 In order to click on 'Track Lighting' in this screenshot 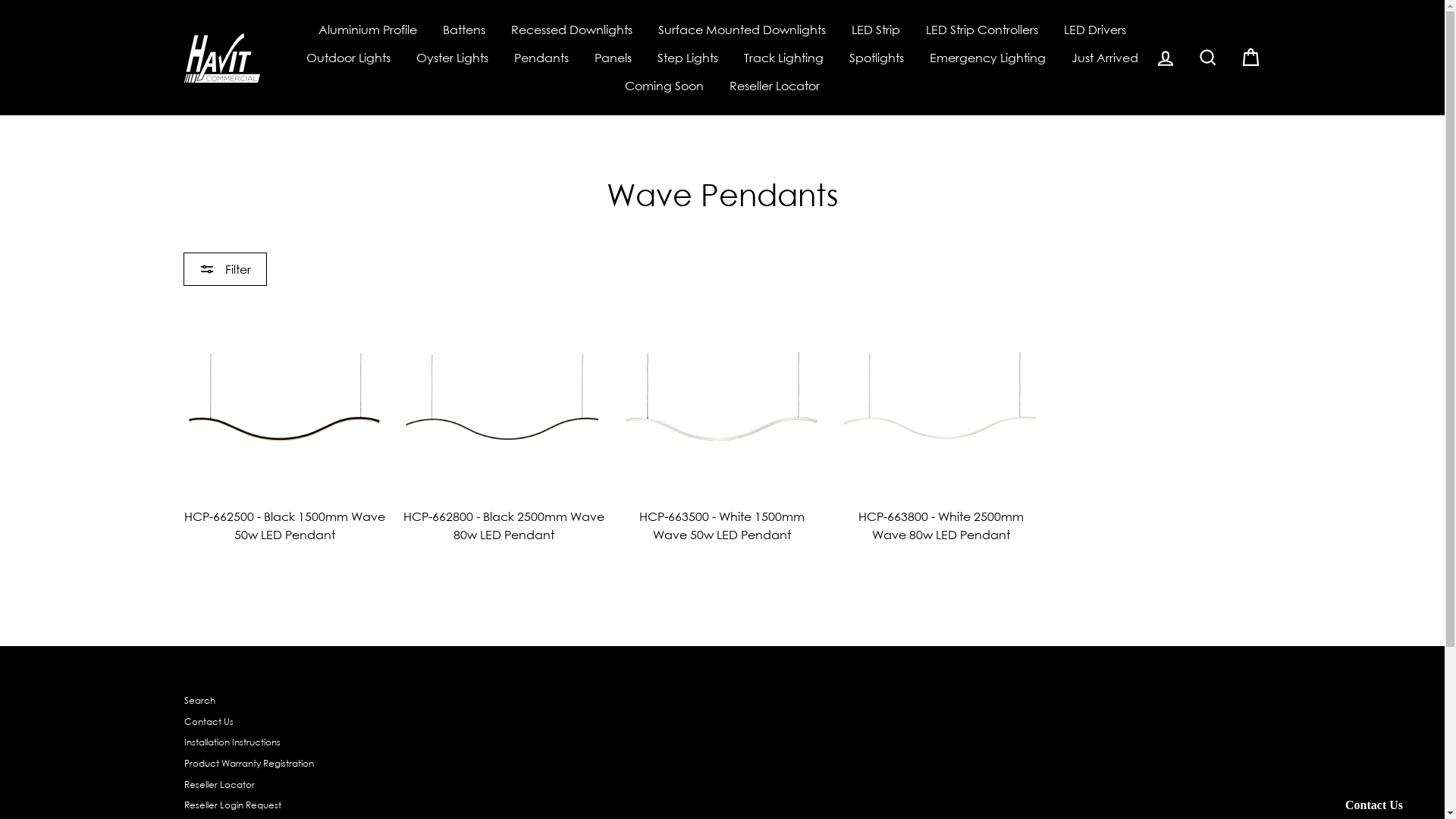, I will do `click(783, 56)`.